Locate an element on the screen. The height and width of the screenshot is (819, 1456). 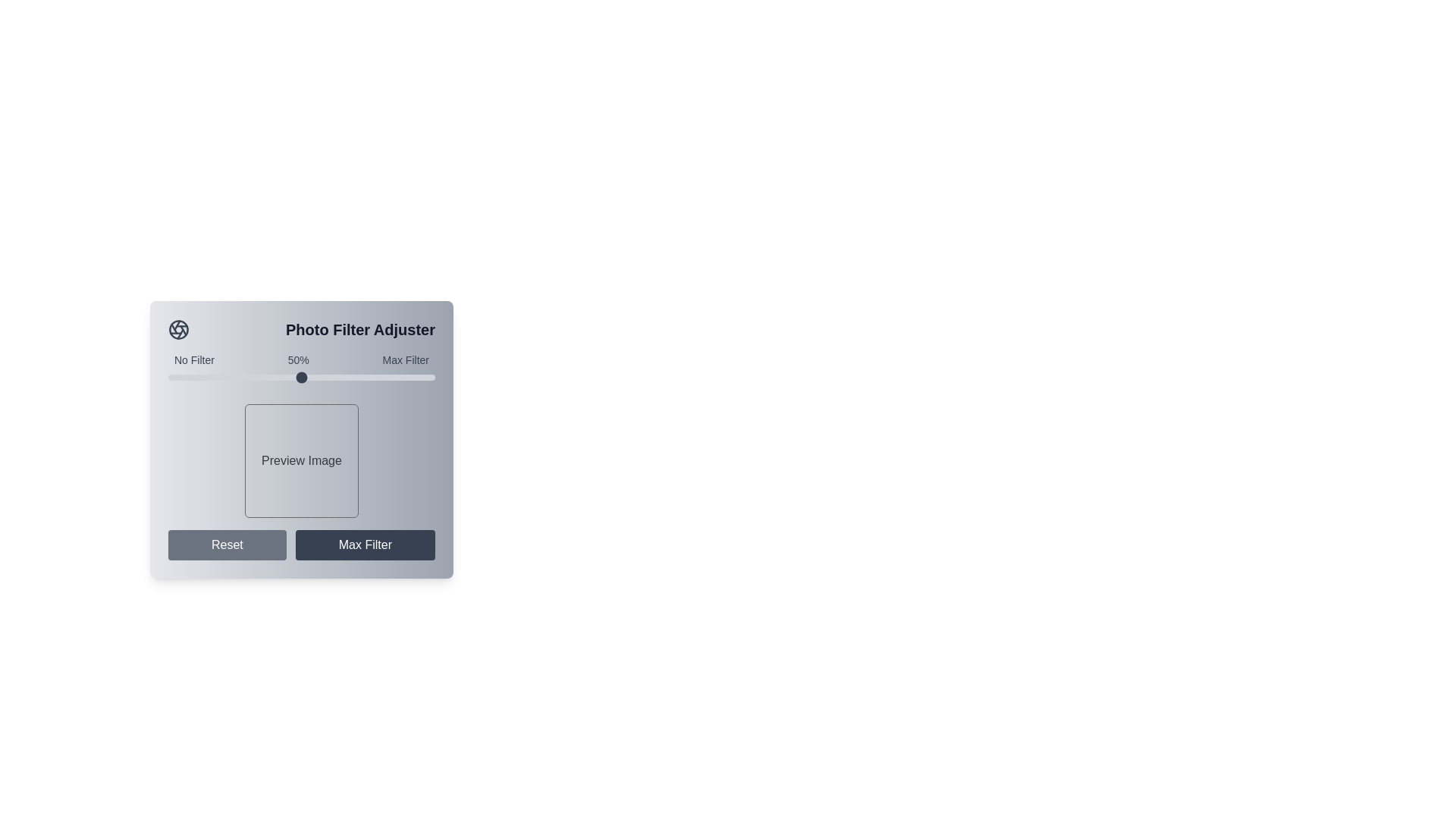
the Button Group located at the bottom of the 'Photo Filter Adjuster' panel is located at coordinates (302, 544).